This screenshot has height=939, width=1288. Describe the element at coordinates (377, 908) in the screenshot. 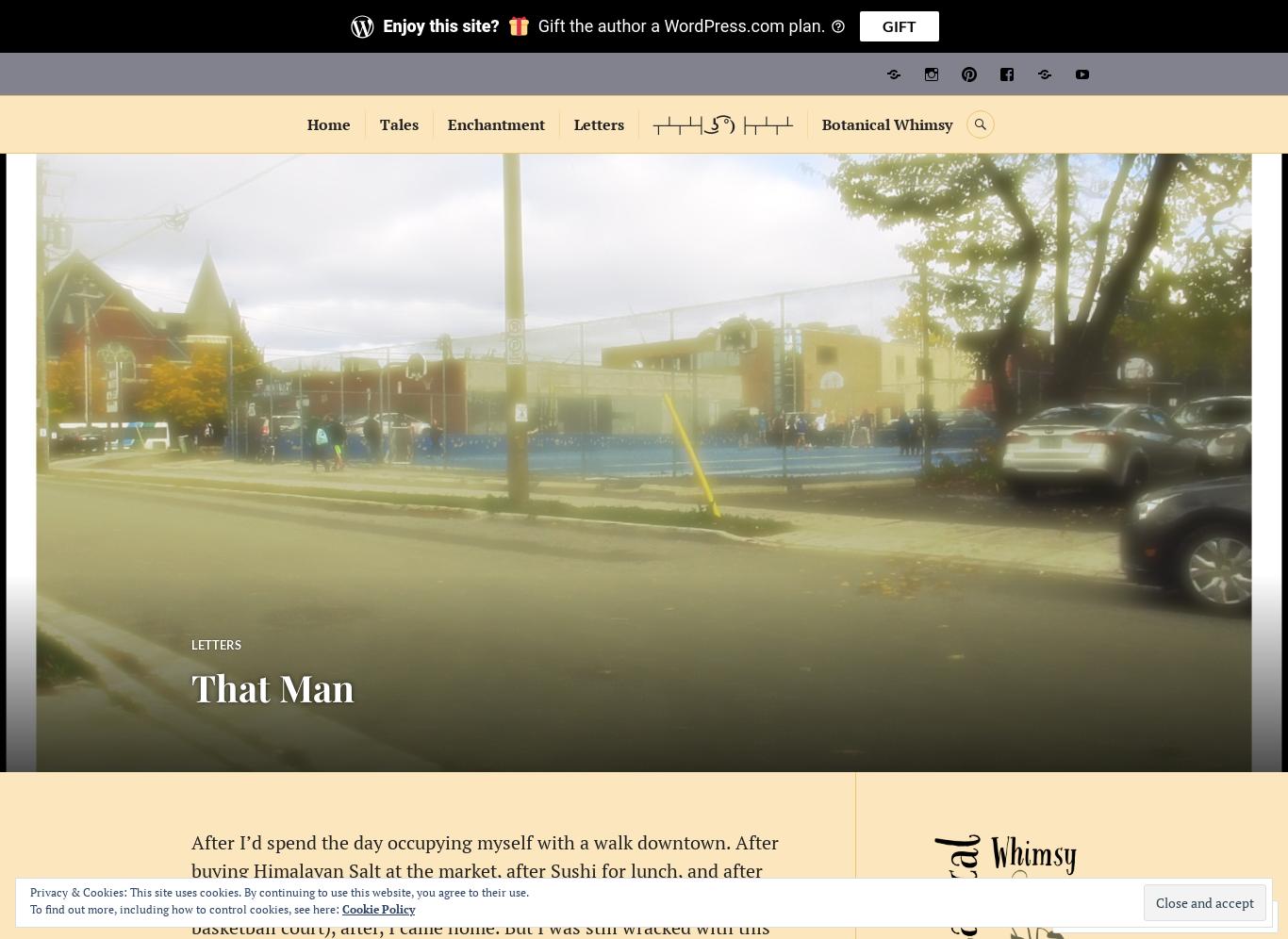

I see `'Cookie Policy'` at that location.